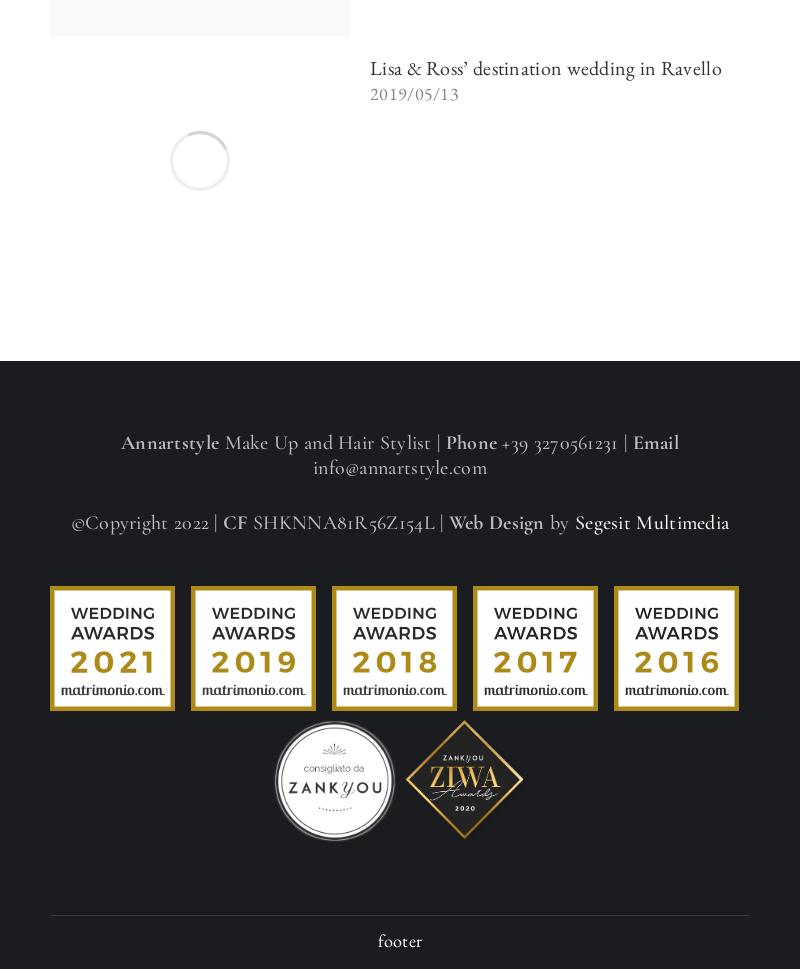 This screenshot has height=969, width=800. I want to click on 'Lisa & Ross’ destination wedding in Ravello', so click(545, 67).